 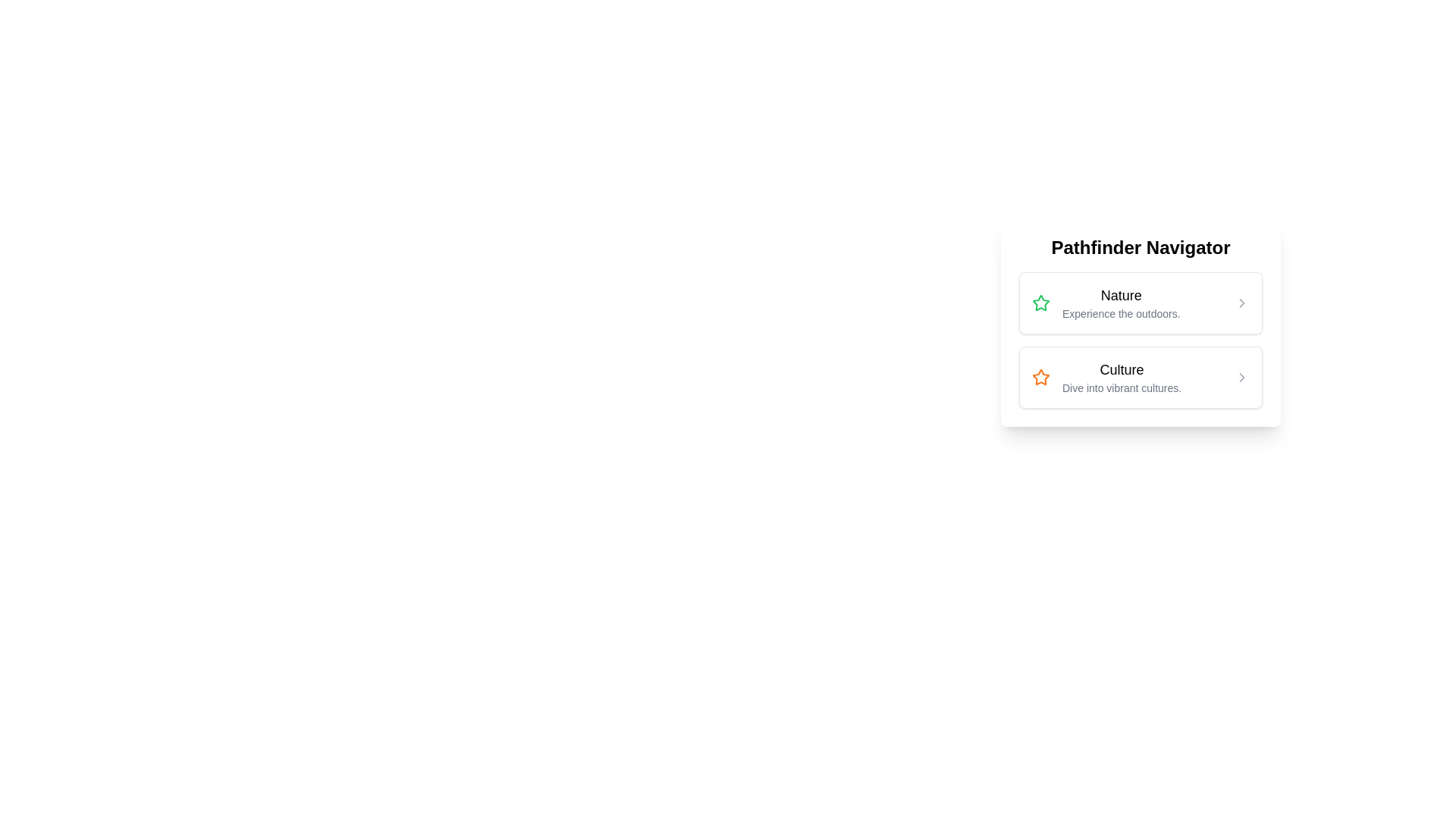 What do you see at coordinates (1121, 312) in the screenshot?
I see `the text label reading 'Experience the outdoors.' located below the heading 'Nature' within a card-like structure` at bounding box center [1121, 312].